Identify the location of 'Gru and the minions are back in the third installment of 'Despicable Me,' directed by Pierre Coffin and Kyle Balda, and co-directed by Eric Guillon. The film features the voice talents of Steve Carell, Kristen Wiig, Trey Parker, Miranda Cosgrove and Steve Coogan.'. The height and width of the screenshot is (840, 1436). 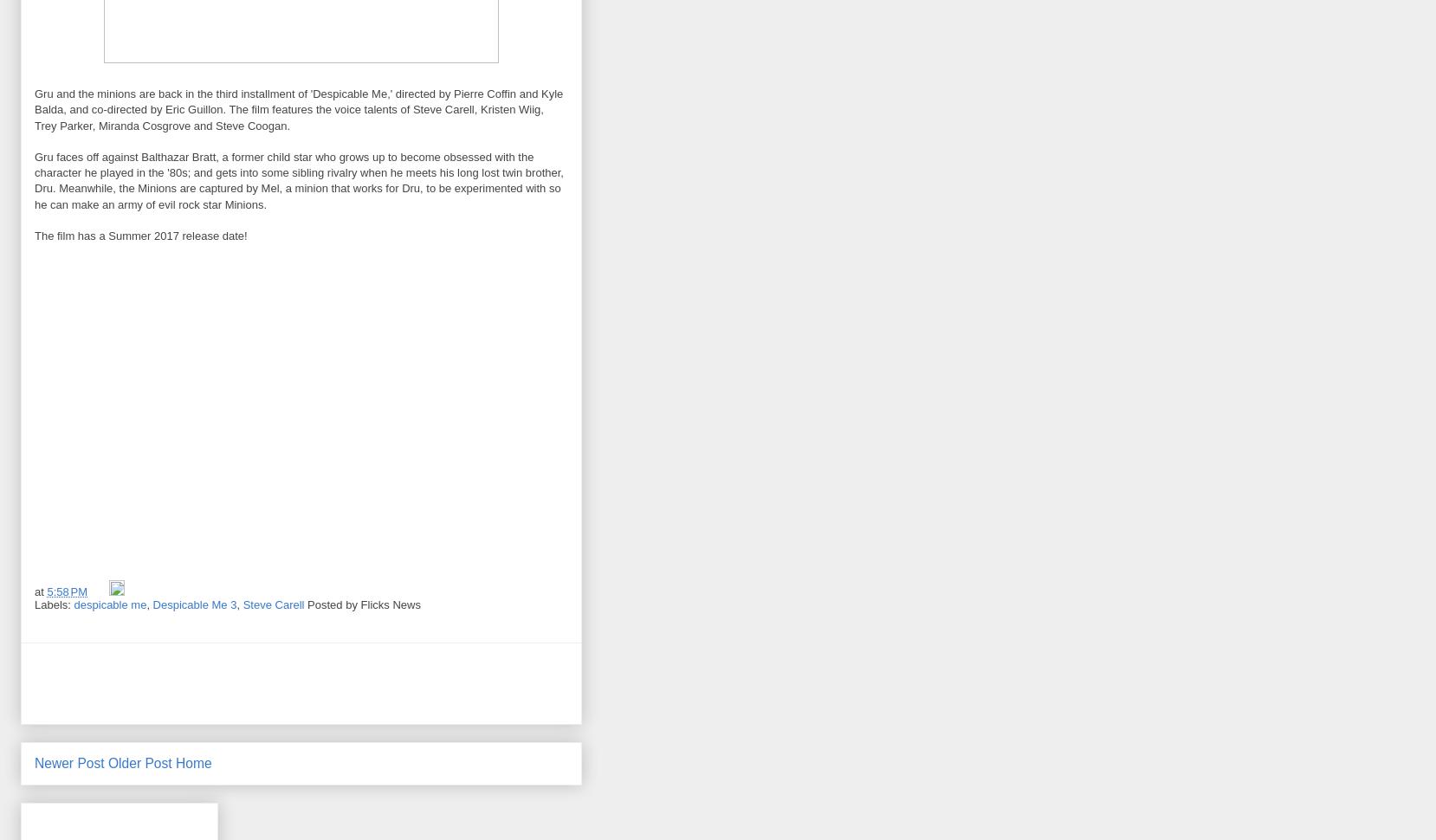
(33, 109).